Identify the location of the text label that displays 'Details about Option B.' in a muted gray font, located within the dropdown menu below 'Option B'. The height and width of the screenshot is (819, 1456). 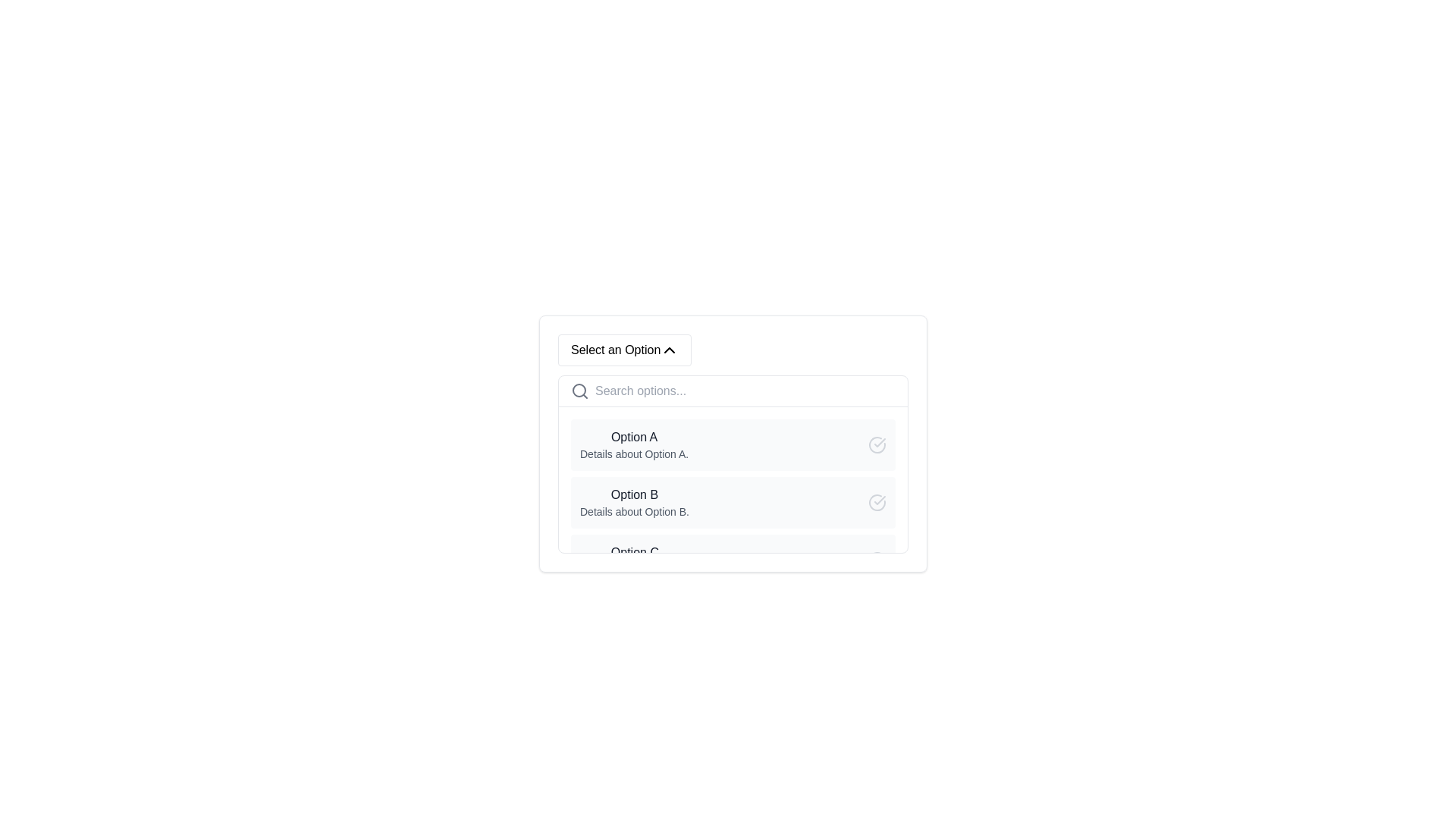
(634, 512).